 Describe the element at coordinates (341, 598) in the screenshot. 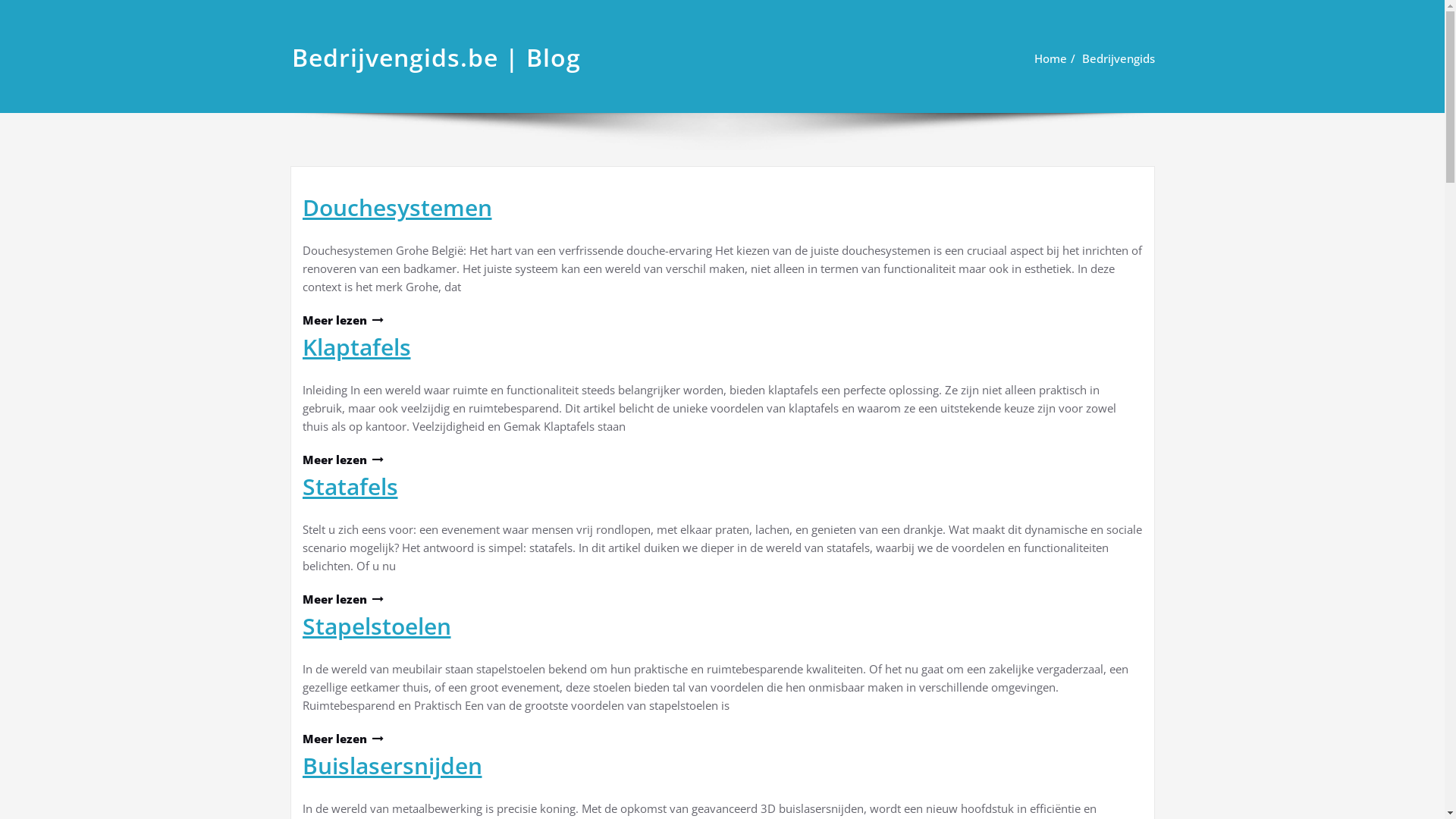

I see `'Meer lezen'` at that location.